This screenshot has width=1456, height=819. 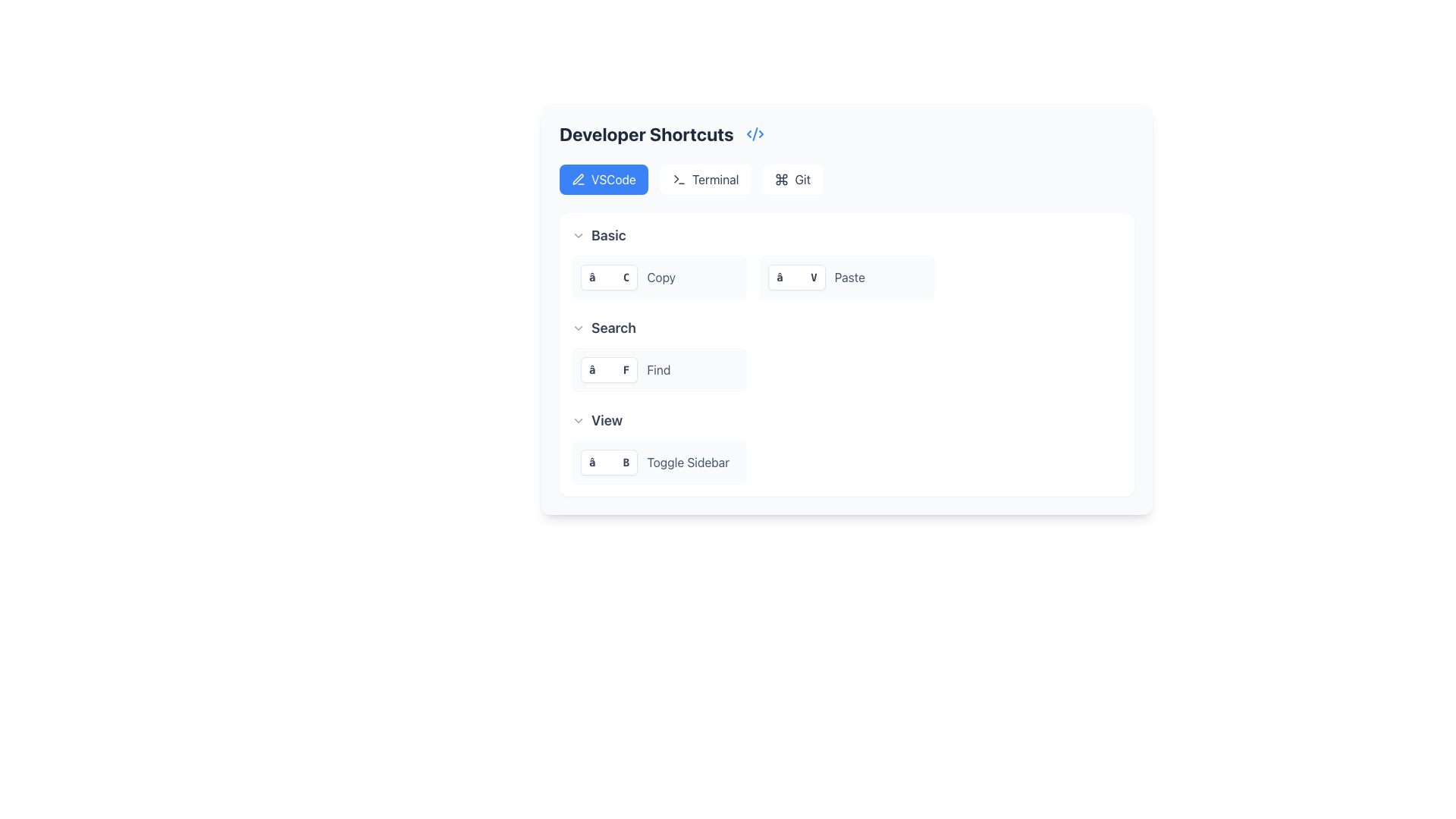 I want to click on the rectangular button with a rounded border and light gray background labeled 'Copy', which is the first button in the 'Basic' category of the 'Developer Shortcuts' panel, so click(x=659, y=278).